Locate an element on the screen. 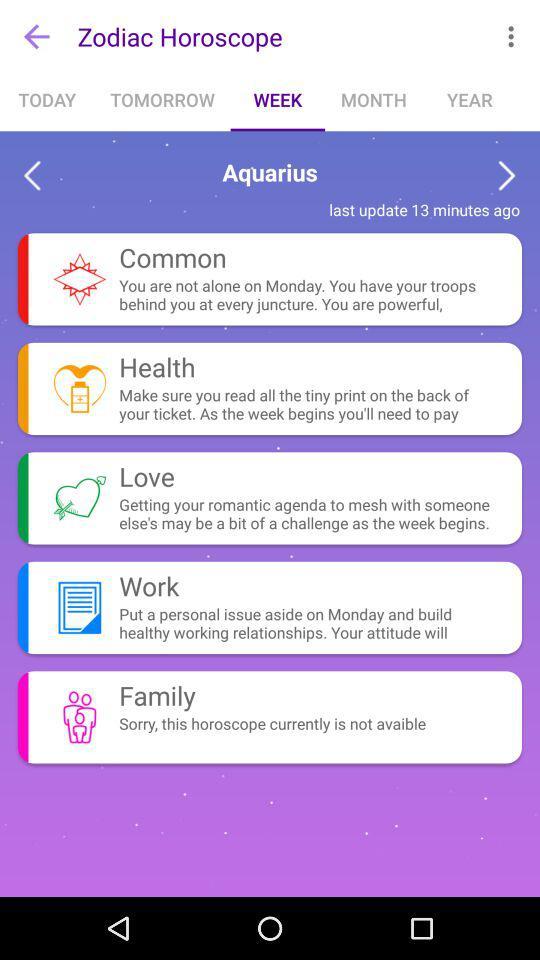 The width and height of the screenshot is (540, 960). go back is located at coordinates (31, 175).